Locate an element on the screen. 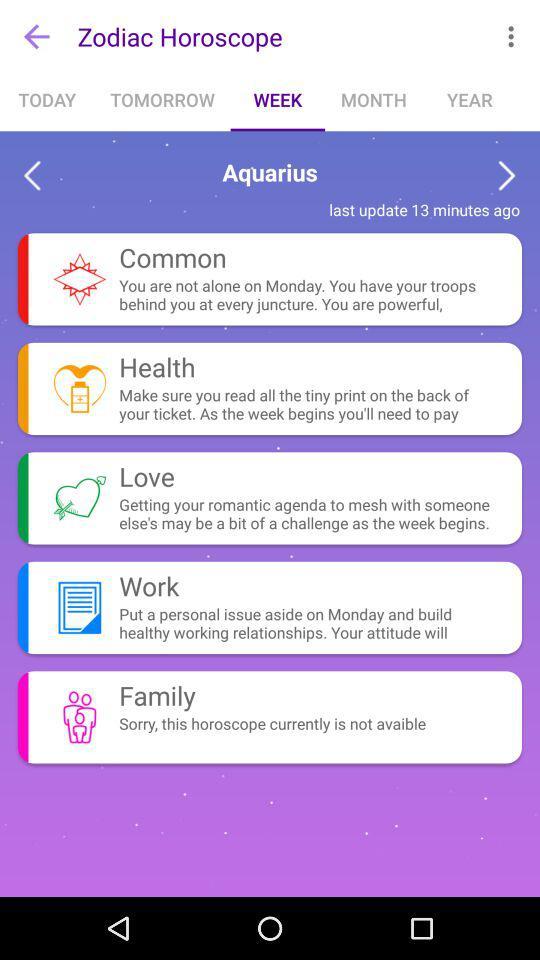 The width and height of the screenshot is (540, 960). go back is located at coordinates (31, 175).